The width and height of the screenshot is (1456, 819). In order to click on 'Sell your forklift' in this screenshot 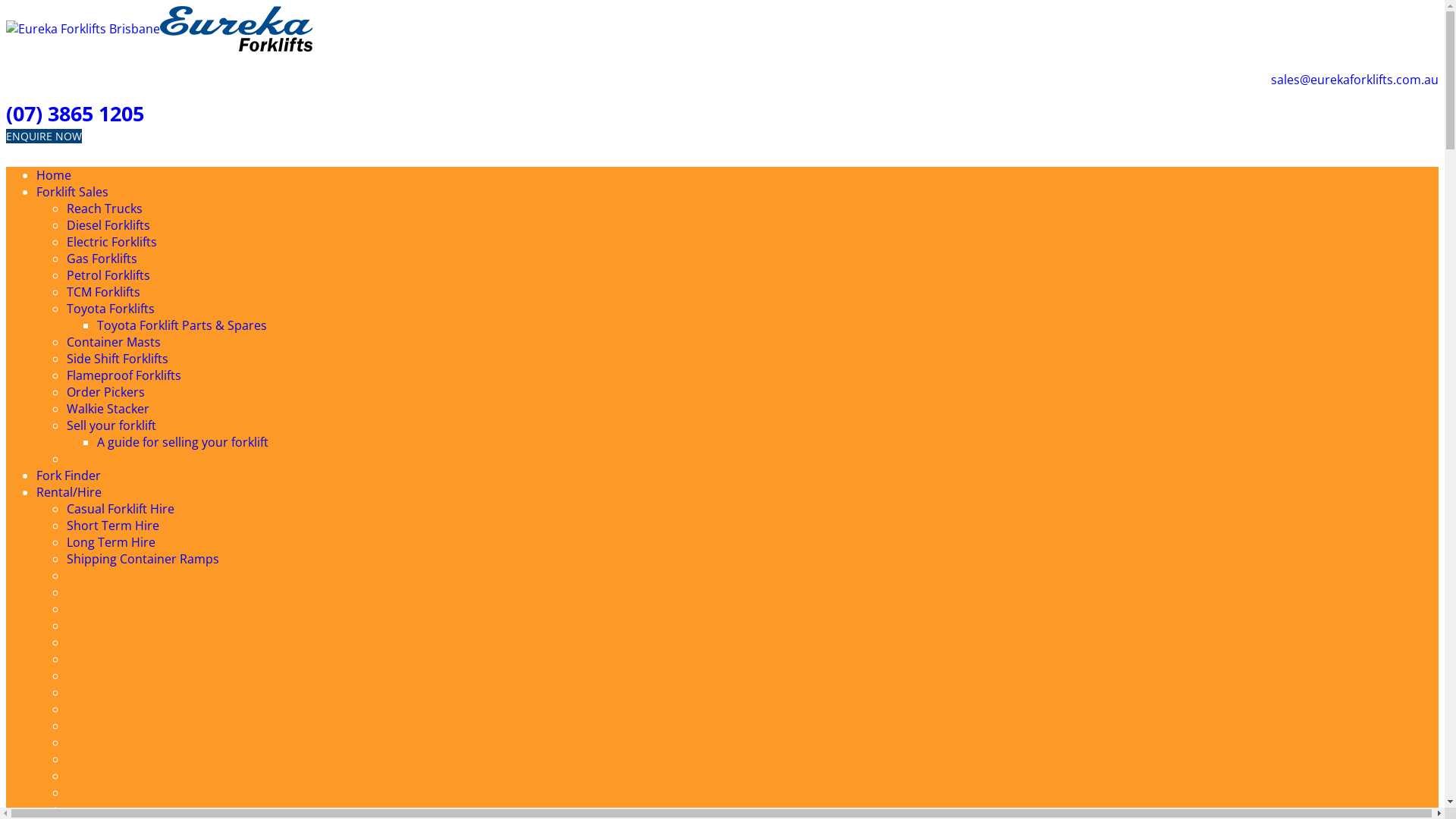, I will do `click(111, 425)`.